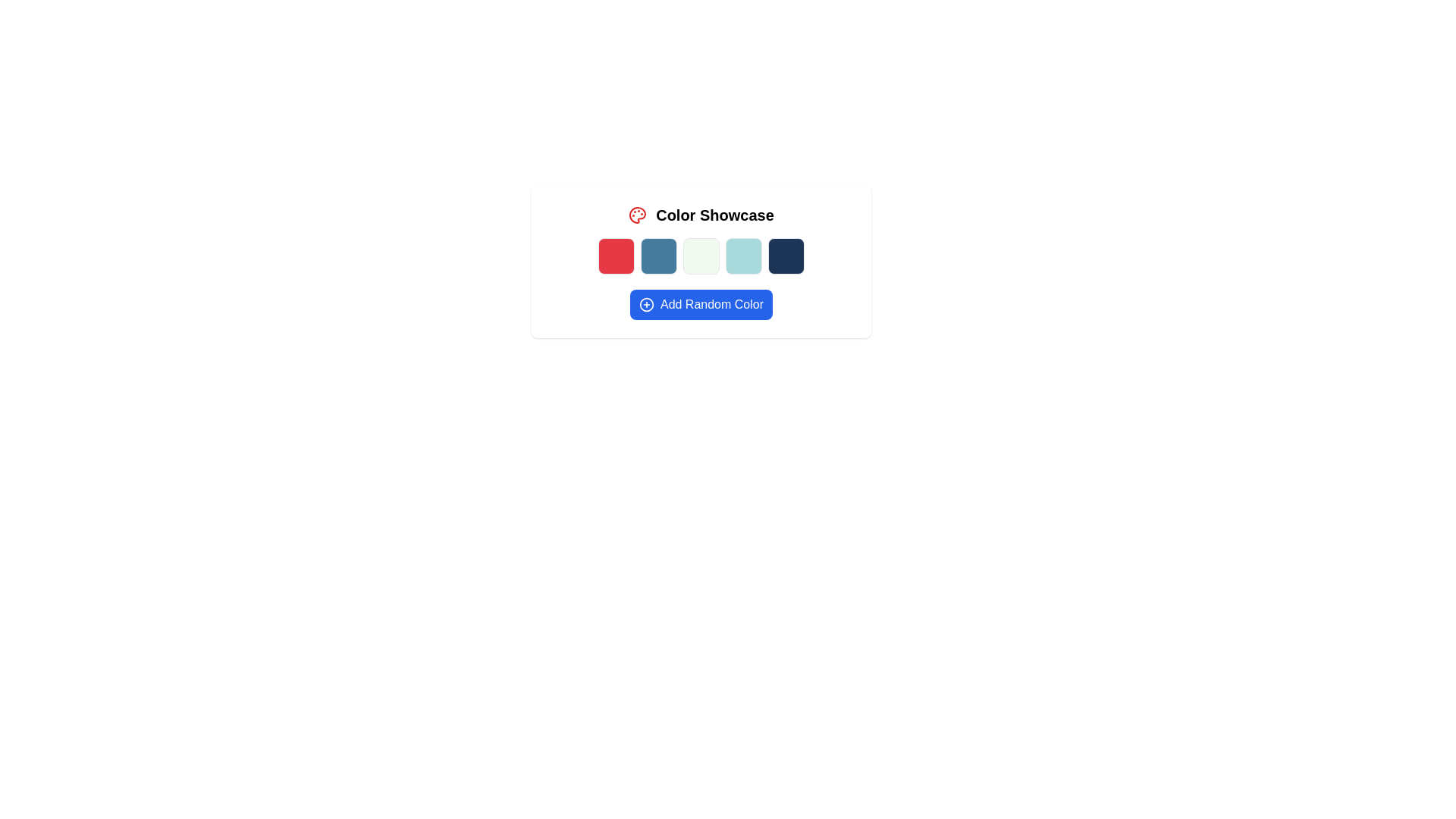  Describe the element at coordinates (638, 215) in the screenshot. I see `the decorative icon representing the theme of the content, positioned to the left of the text 'Color Showcase'` at that location.